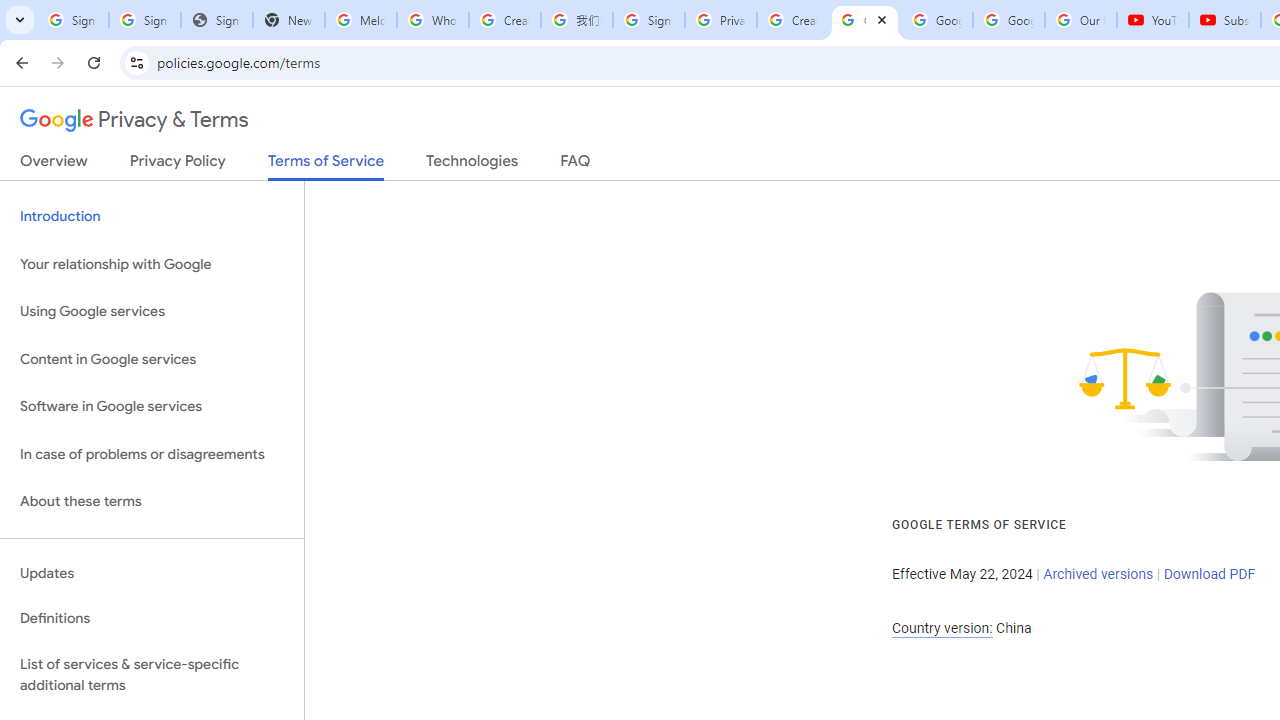 This screenshot has width=1280, height=720. Describe the element at coordinates (177, 164) in the screenshot. I see `'Privacy Policy'` at that location.